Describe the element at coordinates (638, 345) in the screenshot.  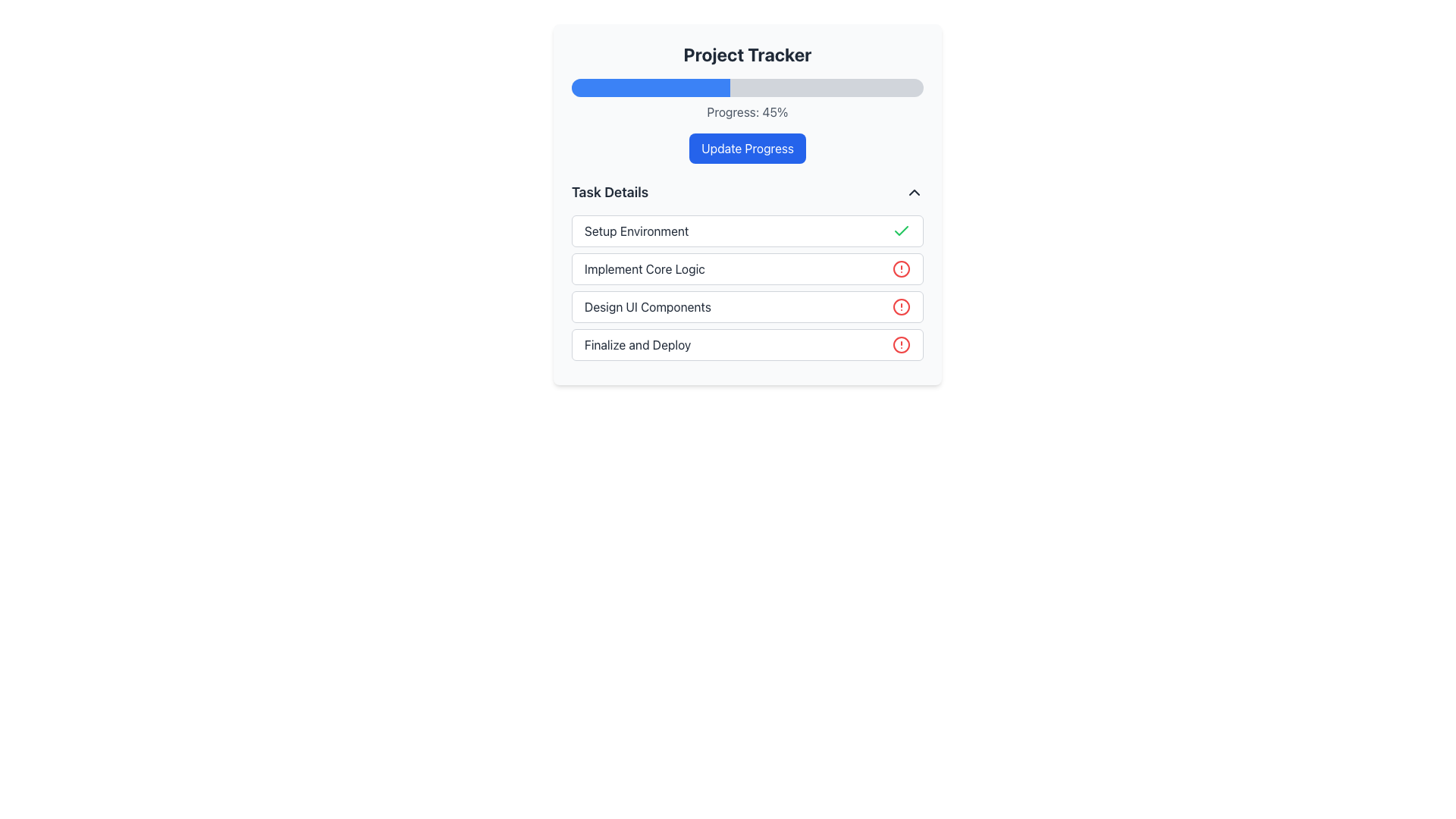
I see `the static text label that reads 'Finalize and Deploy', which is located within the 'Task Details' section as the last item in a vertically arranged list` at that location.